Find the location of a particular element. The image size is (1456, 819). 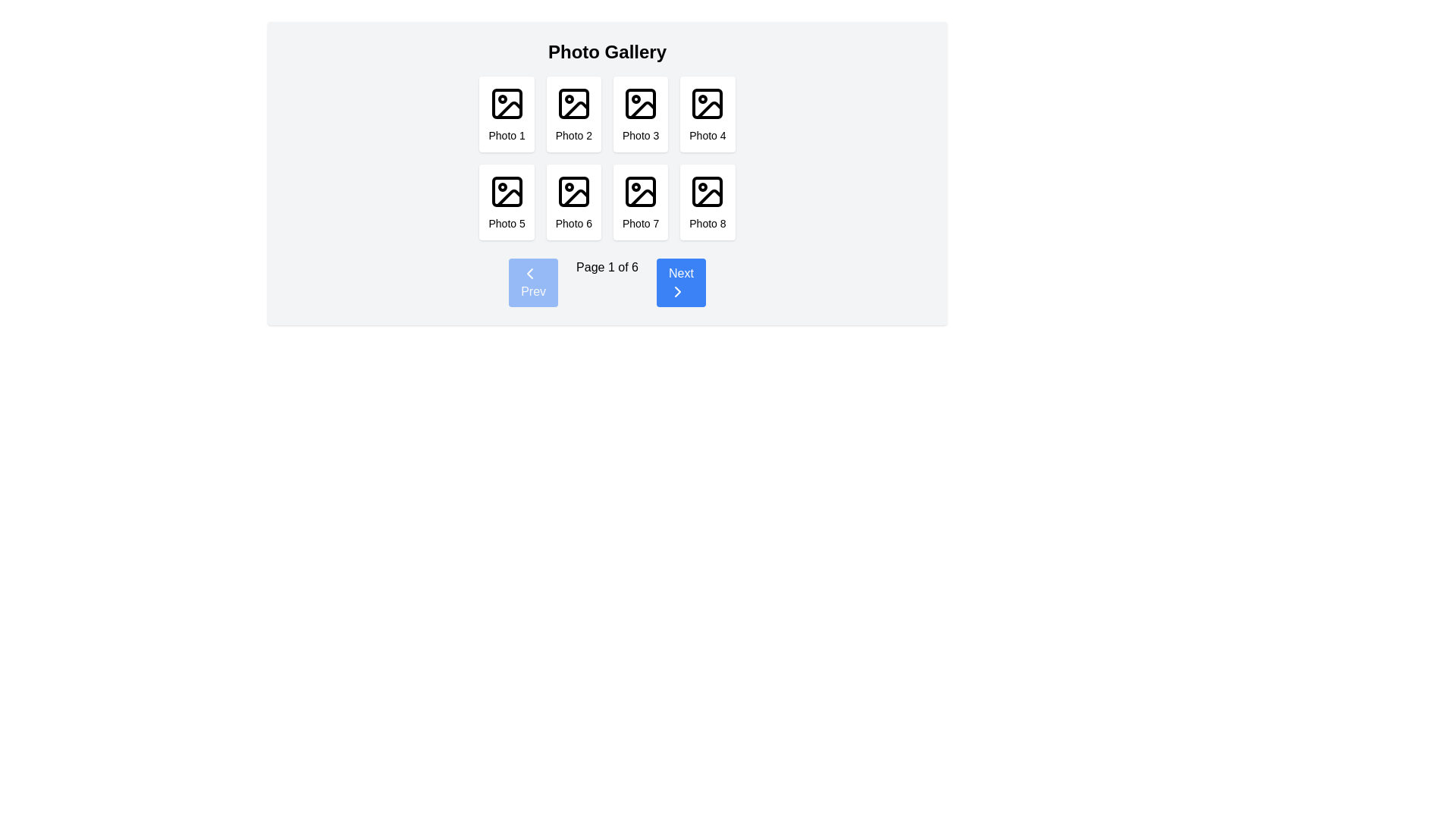

the decorative chevron icon located inside the blue 'Next' button at the bottom-right of the interface to proceed to the next page or step is located at coordinates (676, 292).